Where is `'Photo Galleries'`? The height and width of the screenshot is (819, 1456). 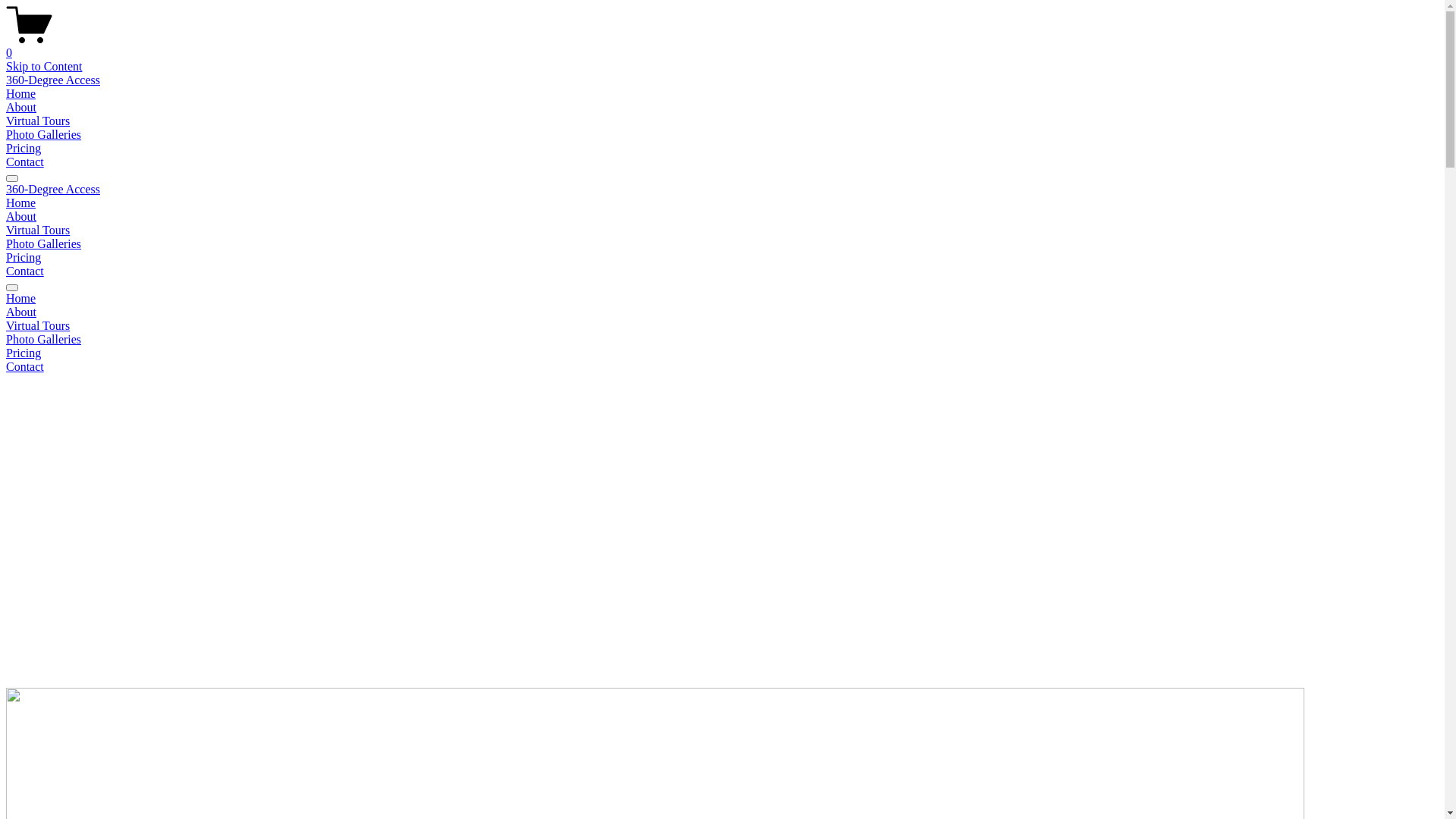 'Photo Galleries' is located at coordinates (43, 133).